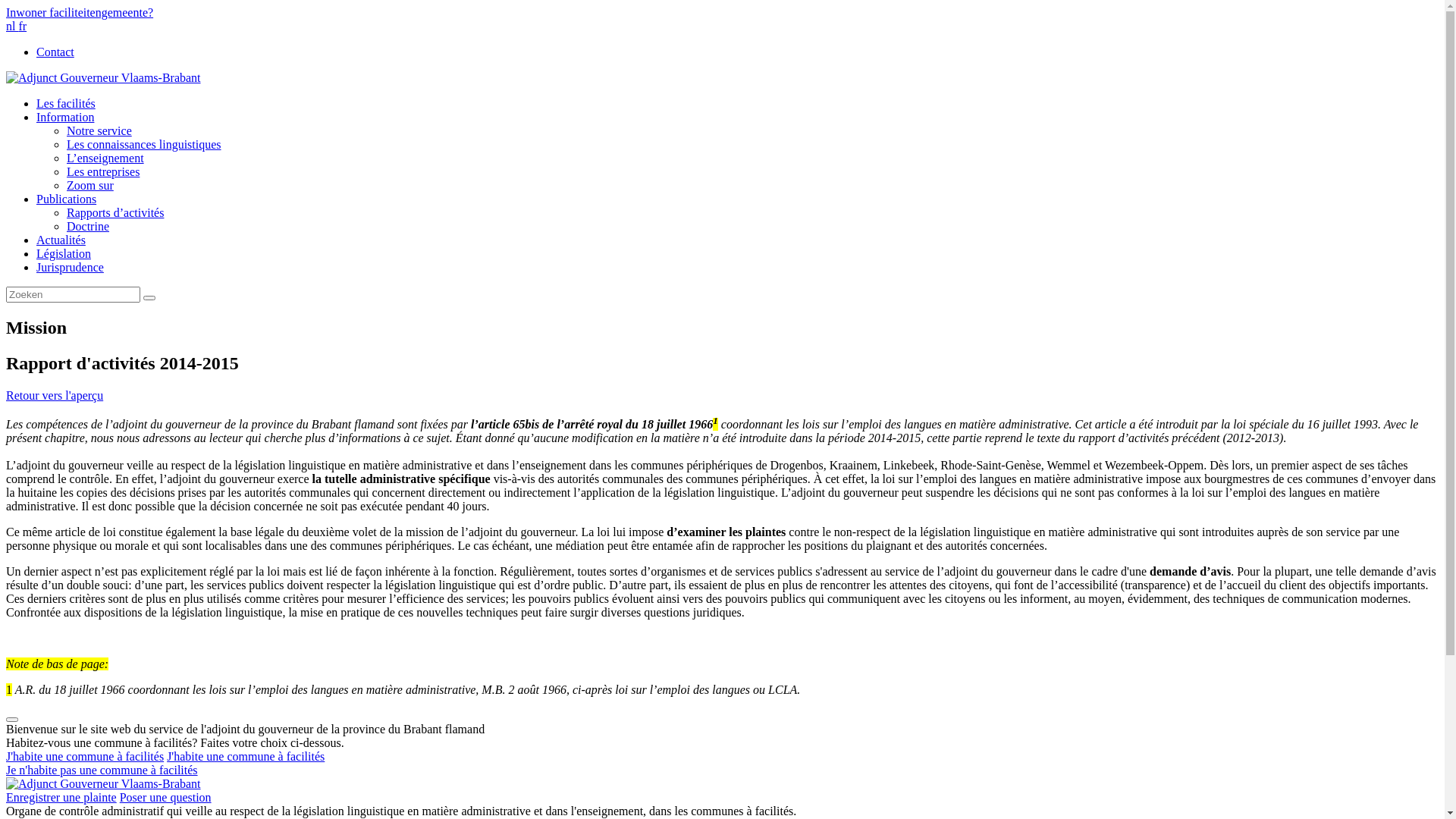 Image resolution: width=1456 pixels, height=819 pixels. I want to click on 'Homepage', so click(102, 77).